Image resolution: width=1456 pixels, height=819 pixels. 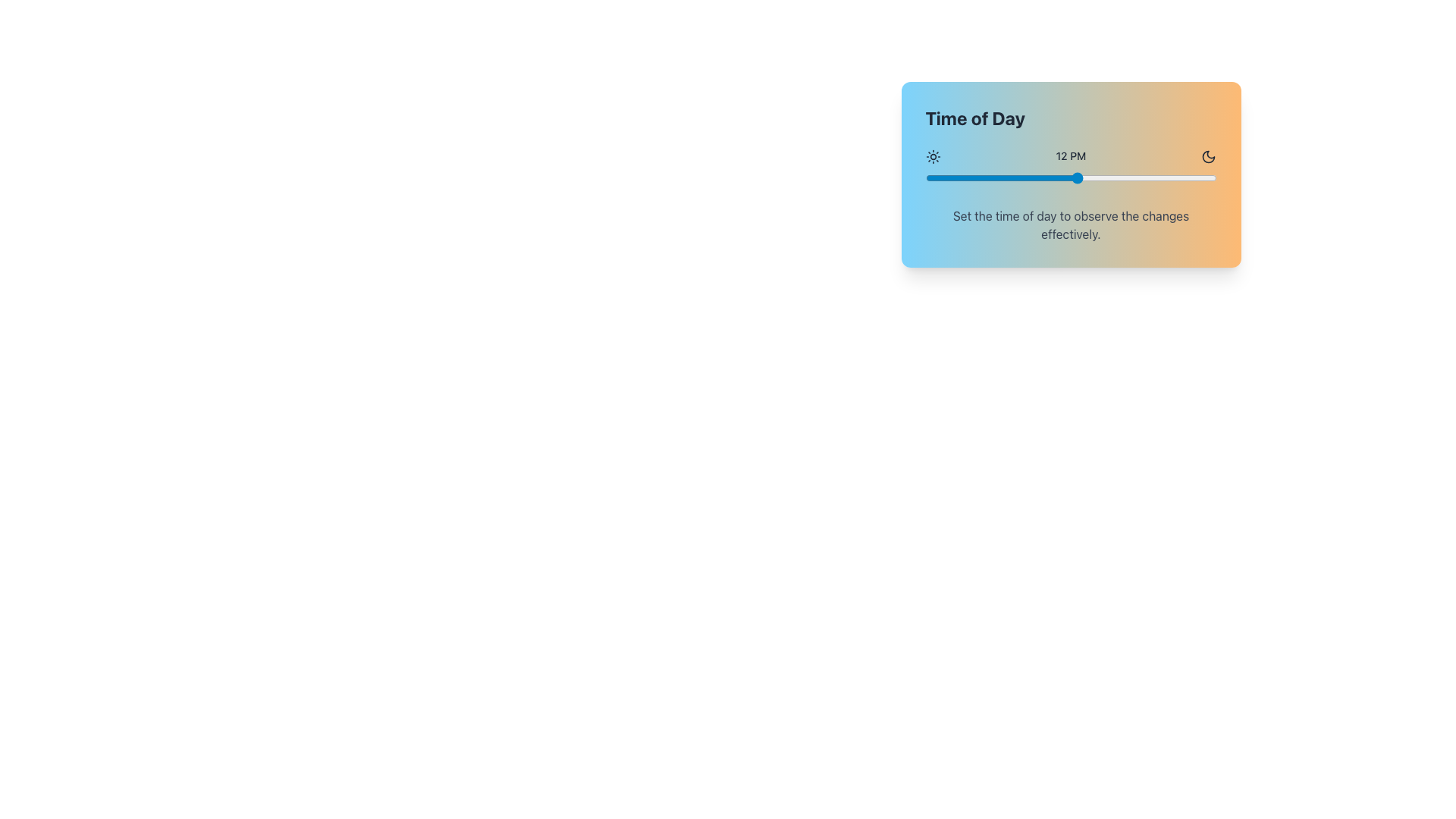 What do you see at coordinates (1208, 157) in the screenshot?
I see `the night mode toggle icon located at the top-right of the 'Time of Day' card` at bounding box center [1208, 157].